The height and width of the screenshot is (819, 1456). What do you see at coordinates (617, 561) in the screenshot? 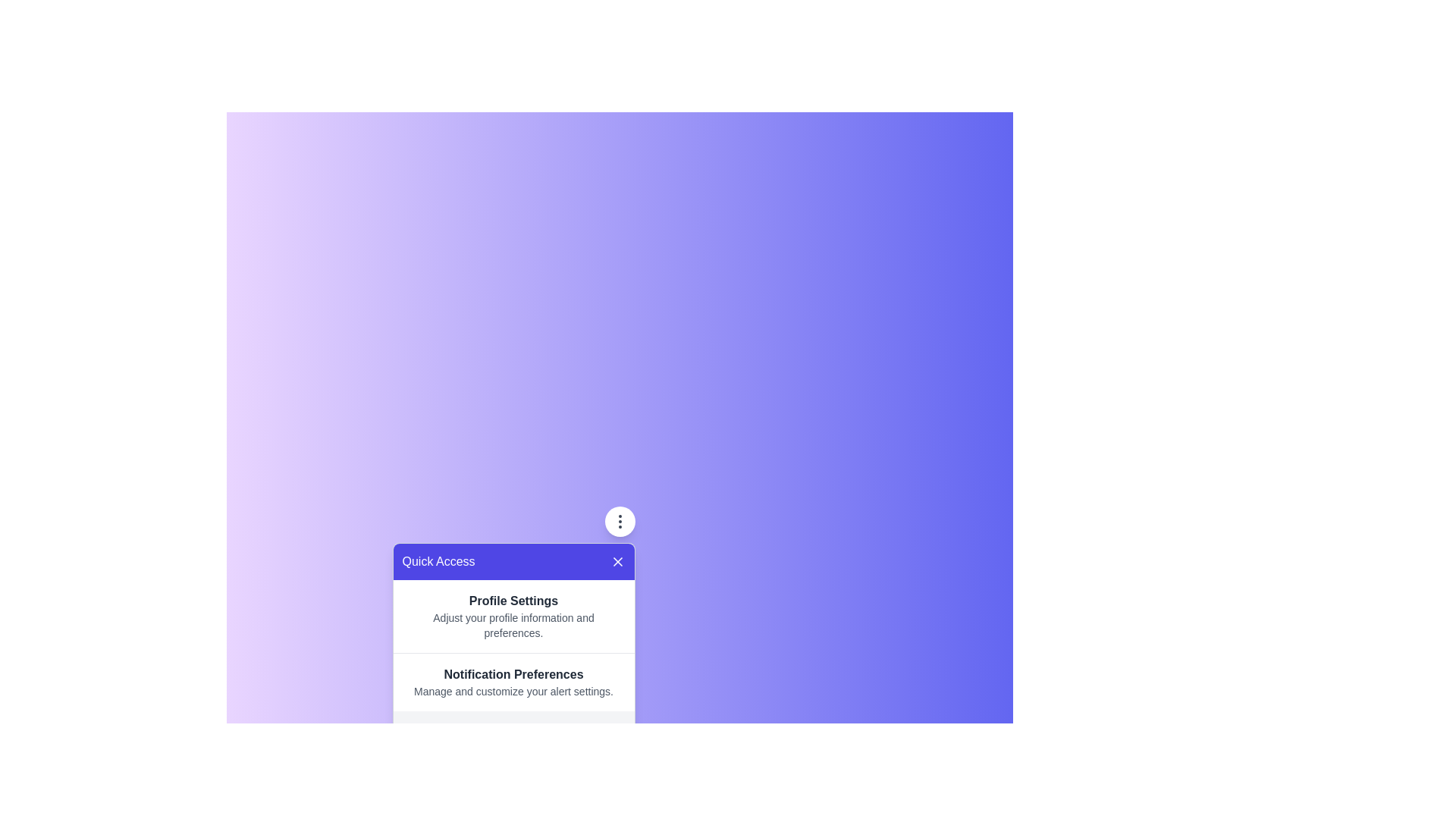
I see `the close button located at the top-right corner of the 'Quick Access' panel` at bounding box center [617, 561].